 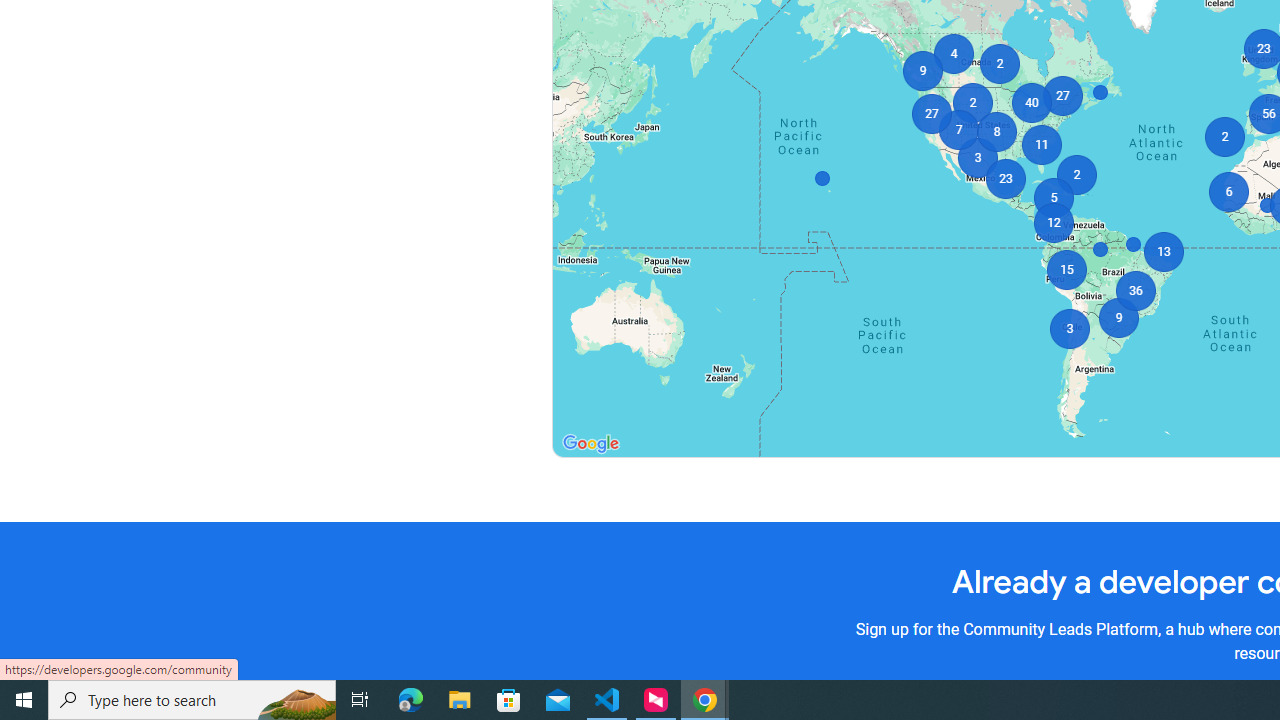 What do you see at coordinates (952, 53) in the screenshot?
I see `'4'` at bounding box center [952, 53].